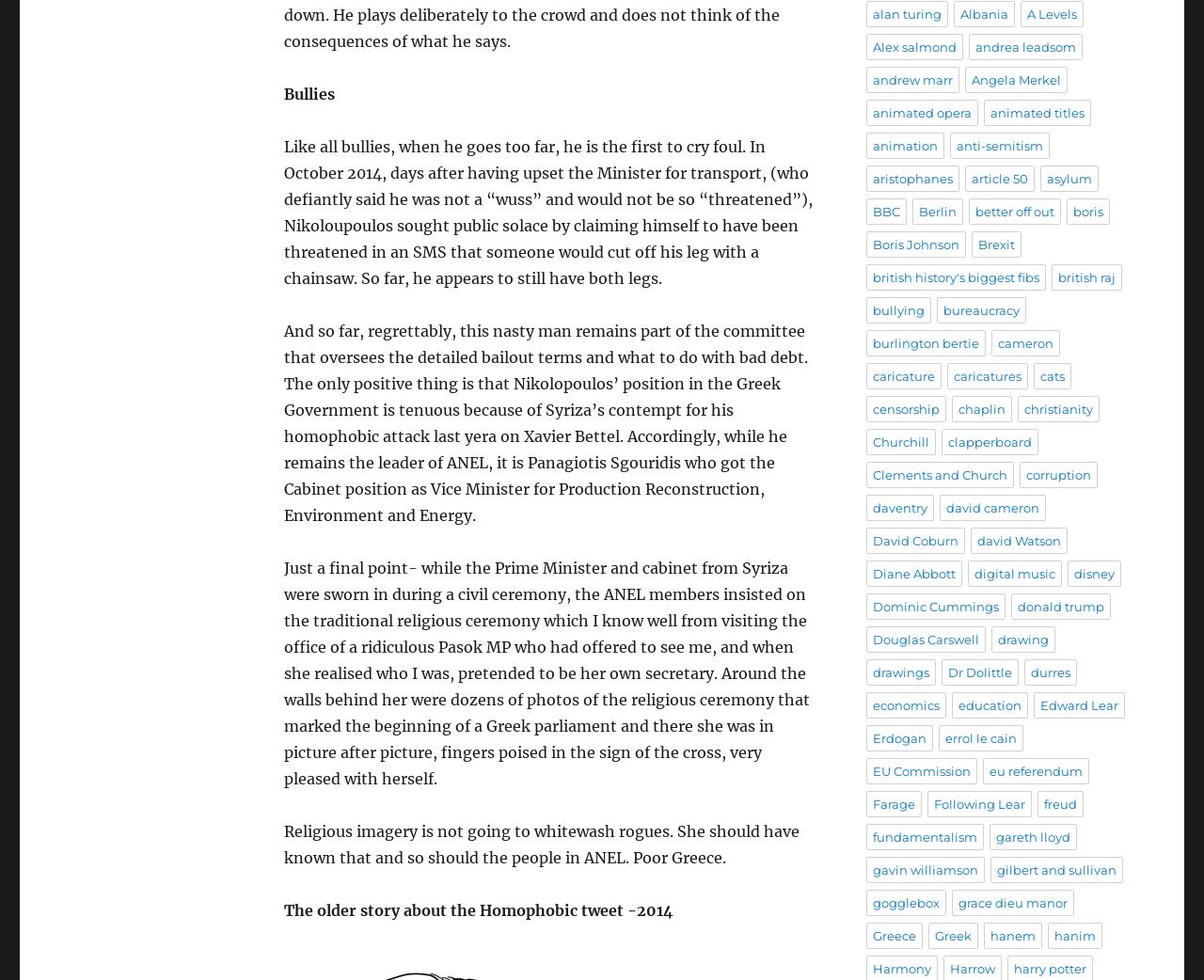 Image resolution: width=1204 pixels, height=980 pixels. What do you see at coordinates (980, 409) in the screenshot?
I see `'chaplin'` at bounding box center [980, 409].